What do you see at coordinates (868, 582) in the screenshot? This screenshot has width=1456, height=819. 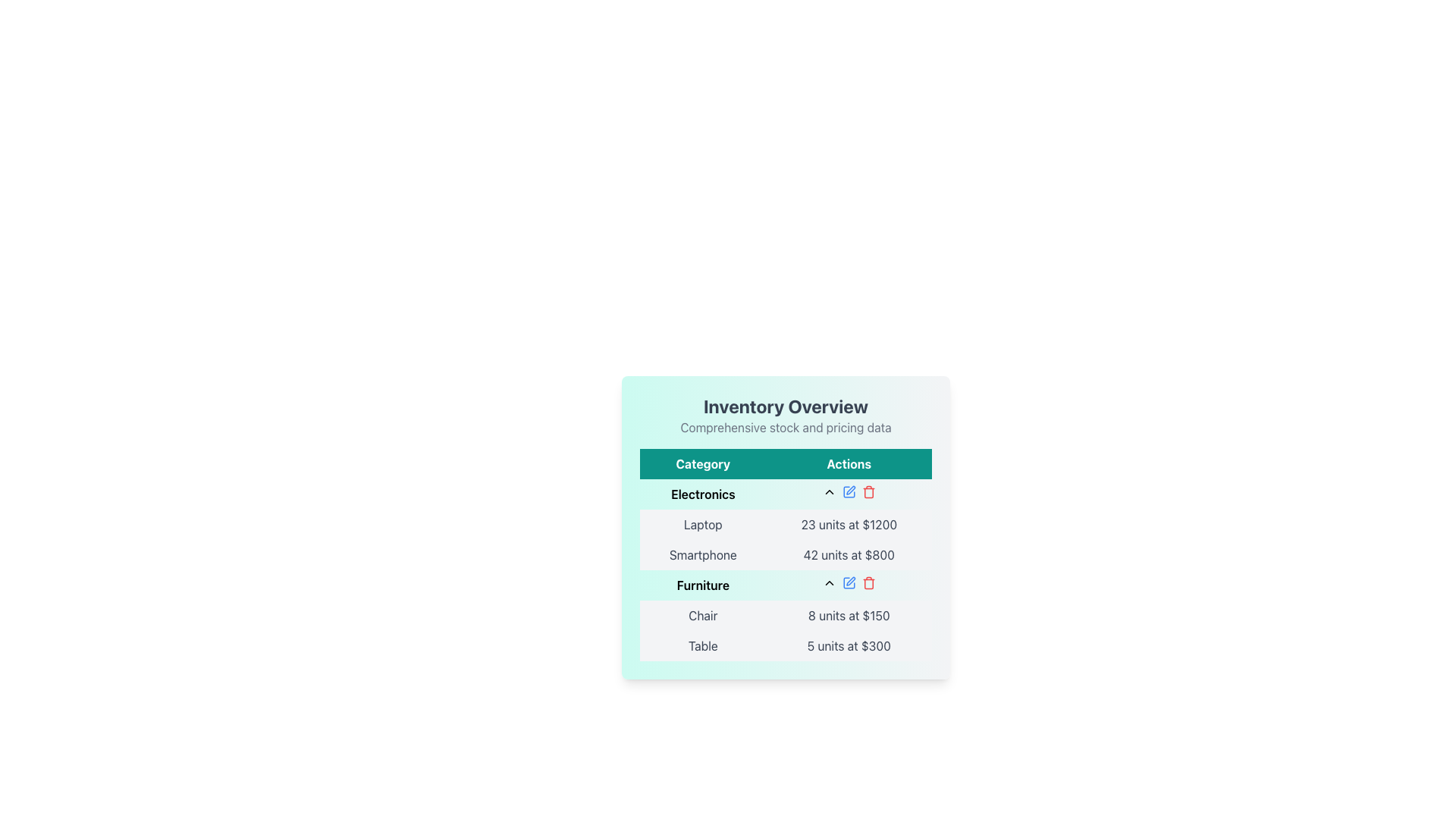 I see `the trash icon in the Actions column` at bounding box center [868, 582].